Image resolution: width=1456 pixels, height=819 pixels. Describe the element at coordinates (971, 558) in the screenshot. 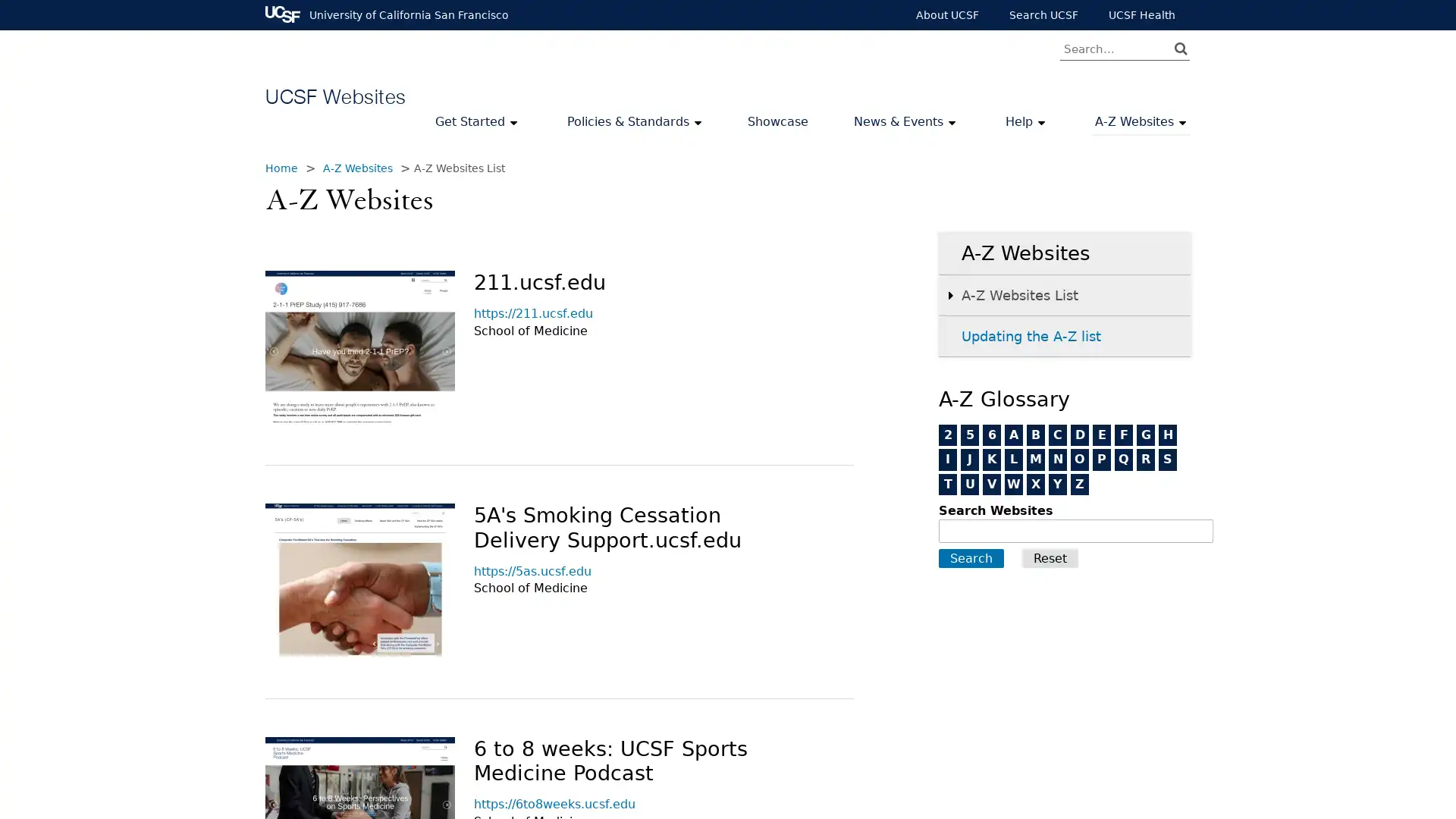

I see `Search` at that location.